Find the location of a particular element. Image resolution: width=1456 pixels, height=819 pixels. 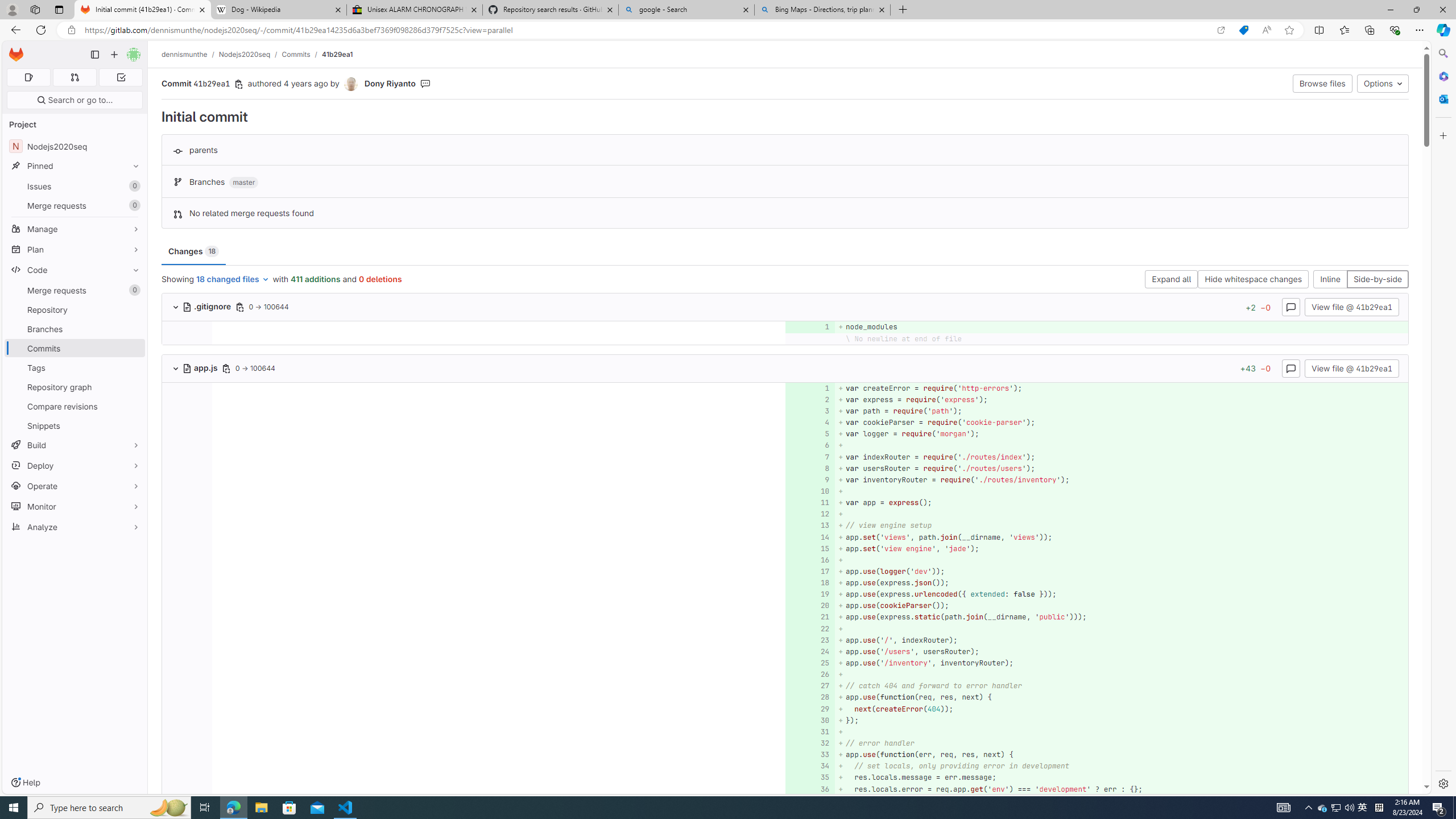

'Operate' is located at coordinates (74, 486).